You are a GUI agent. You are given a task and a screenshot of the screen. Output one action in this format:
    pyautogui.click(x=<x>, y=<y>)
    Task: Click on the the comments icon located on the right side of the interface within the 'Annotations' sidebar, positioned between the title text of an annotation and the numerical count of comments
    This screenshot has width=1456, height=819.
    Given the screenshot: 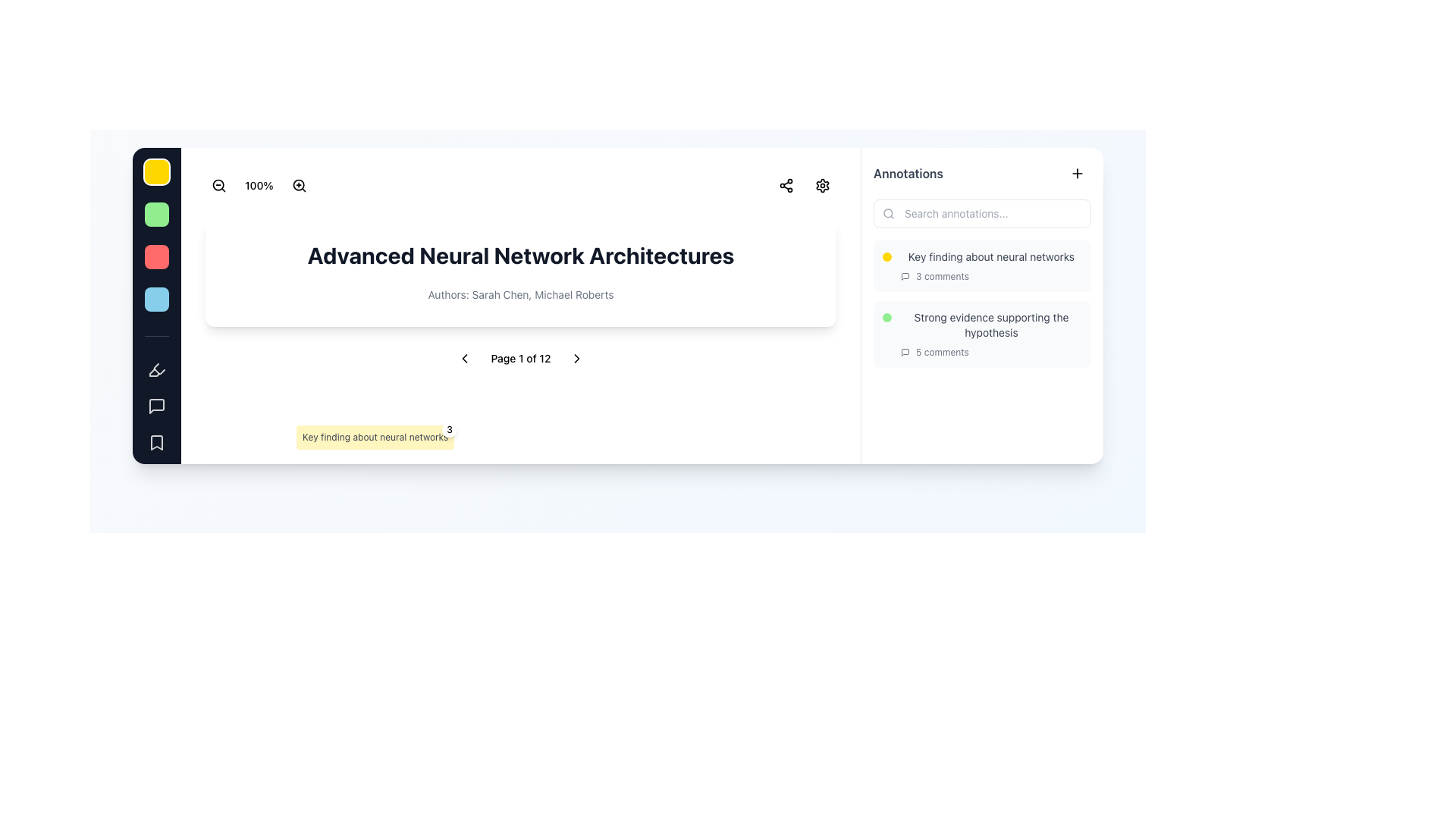 What is the action you would take?
    pyautogui.click(x=905, y=353)
    